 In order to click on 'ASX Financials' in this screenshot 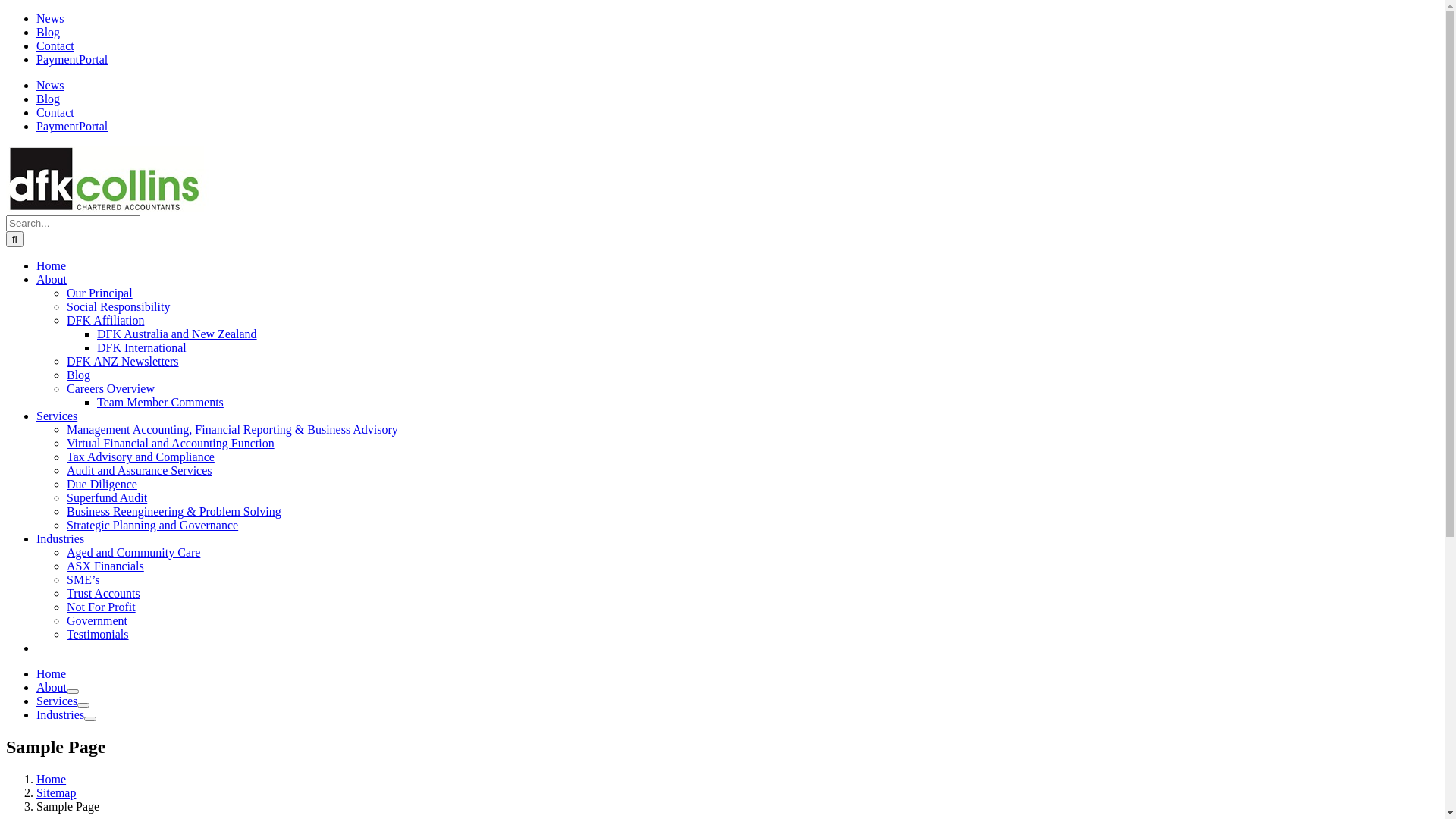, I will do `click(105, 566)`.